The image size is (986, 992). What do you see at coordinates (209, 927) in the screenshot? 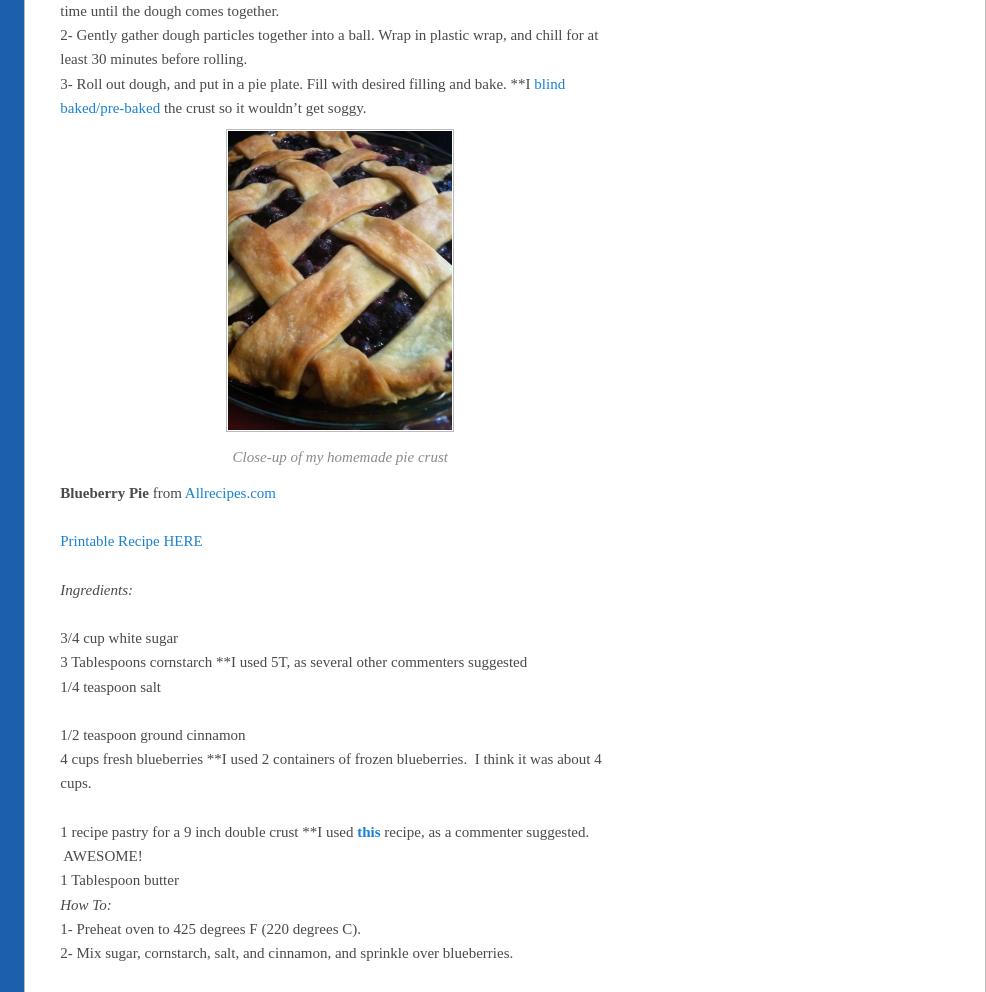
I see `'1- Preheat oven to 425 degrees F (220 degrees C).'` at bounding box center [209, 927].